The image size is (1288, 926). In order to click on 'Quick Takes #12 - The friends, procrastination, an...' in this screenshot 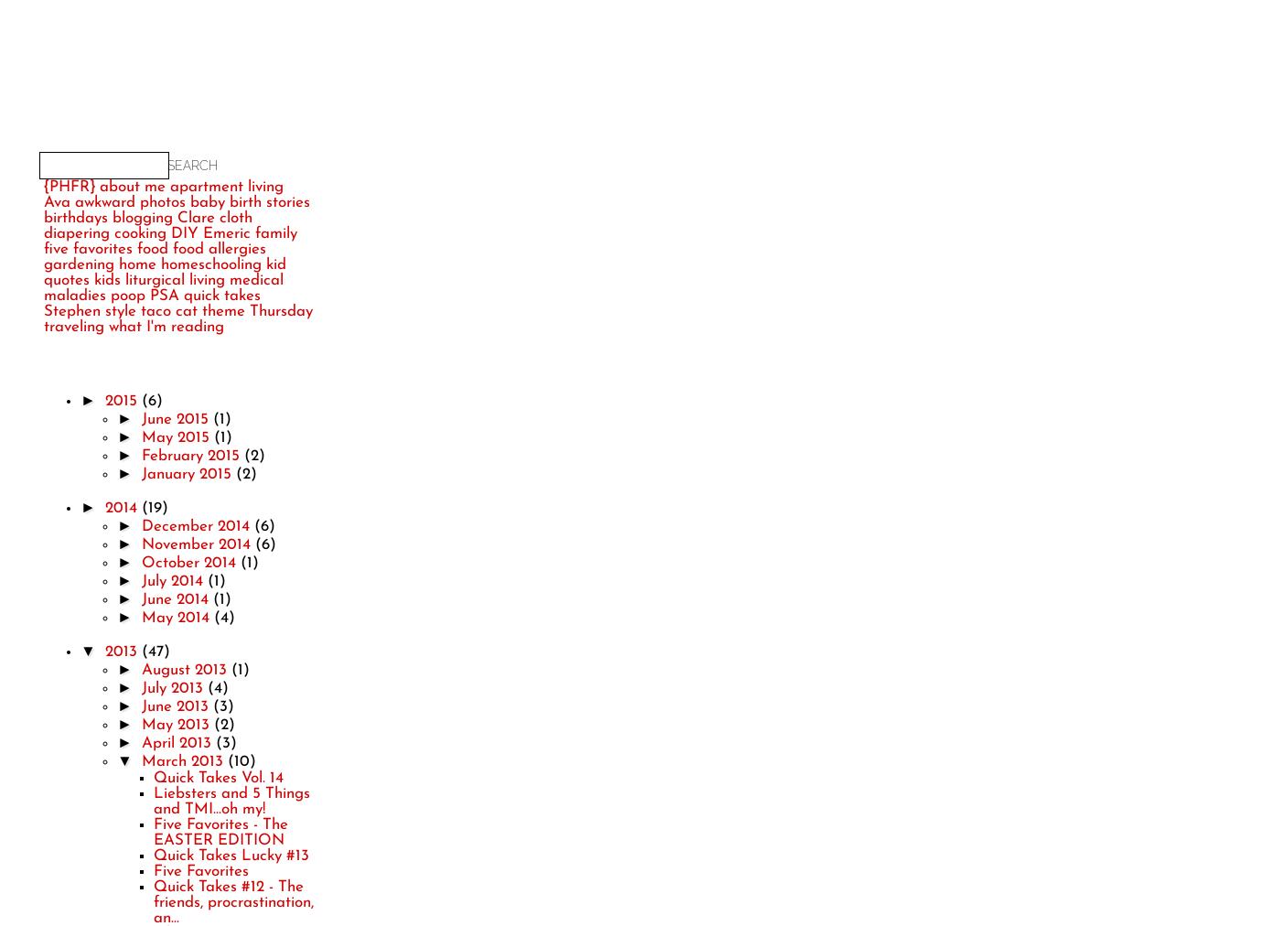, I will do `click(232, 901)`.